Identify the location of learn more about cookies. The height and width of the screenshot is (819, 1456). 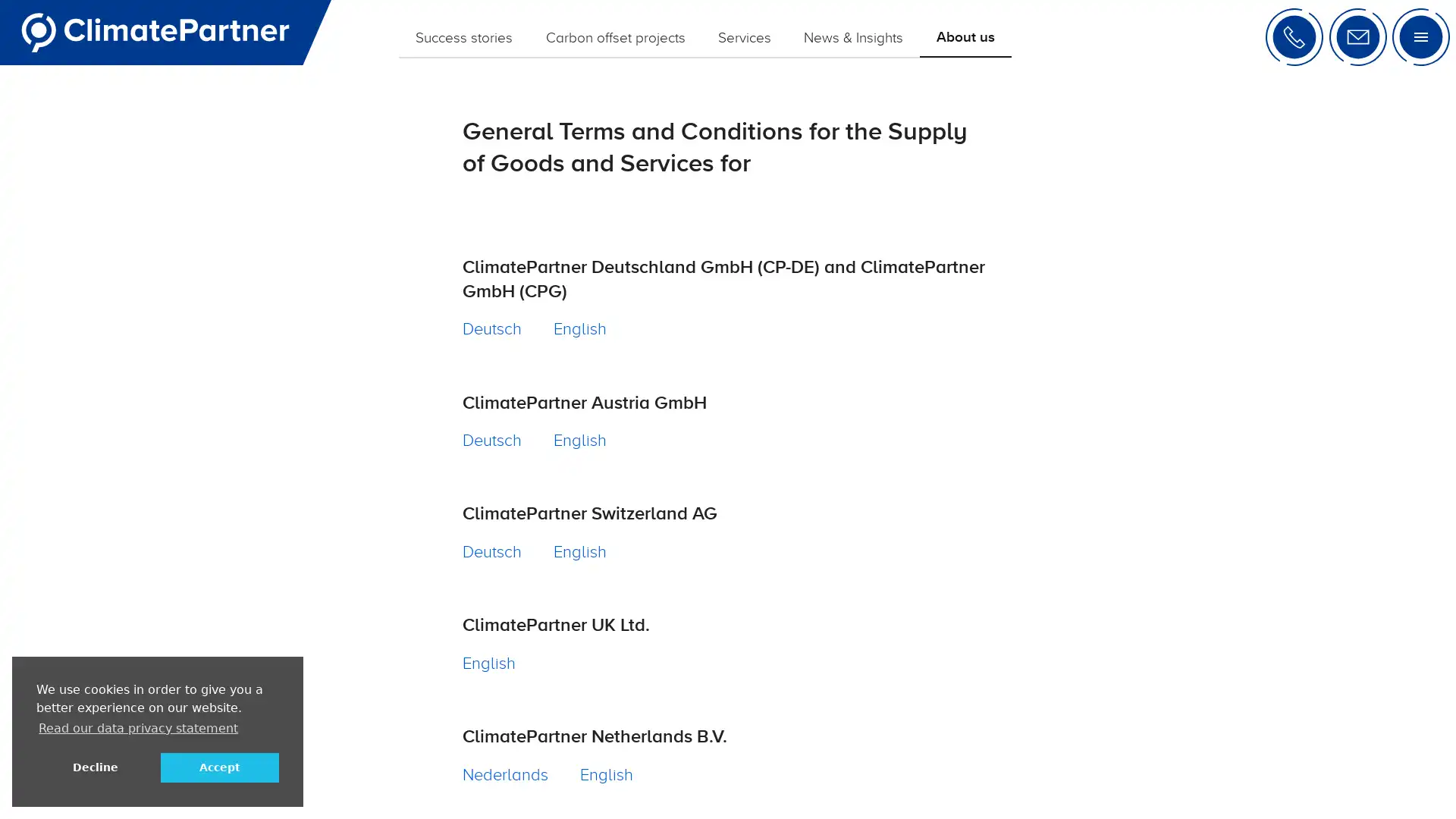
(138, 727).